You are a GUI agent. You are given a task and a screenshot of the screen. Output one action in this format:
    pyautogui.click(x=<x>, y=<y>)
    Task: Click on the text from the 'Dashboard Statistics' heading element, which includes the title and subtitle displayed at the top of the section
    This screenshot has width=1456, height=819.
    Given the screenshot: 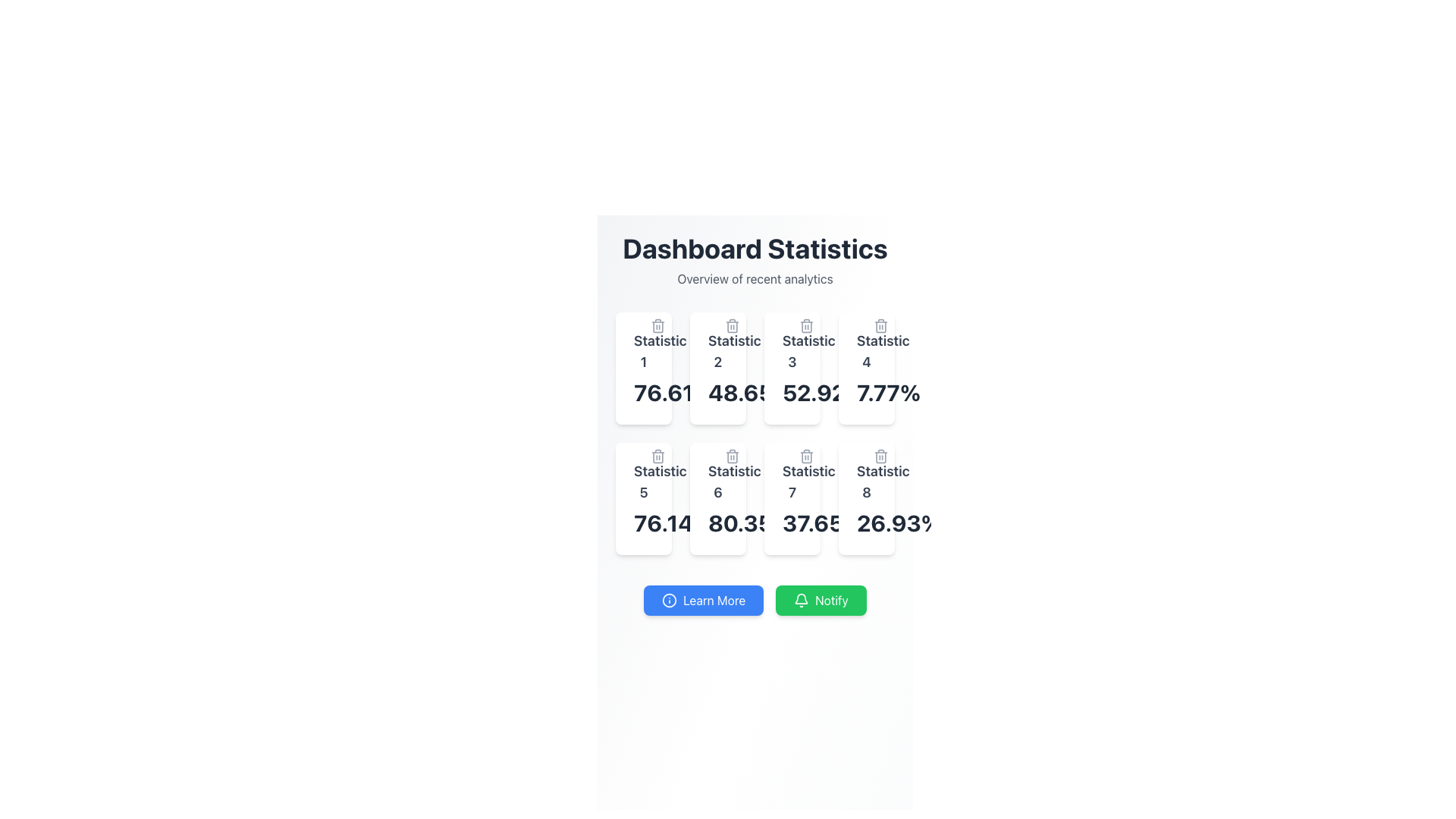 What is the action you would take?
    pyautogui.click(x=755, y=259)
    